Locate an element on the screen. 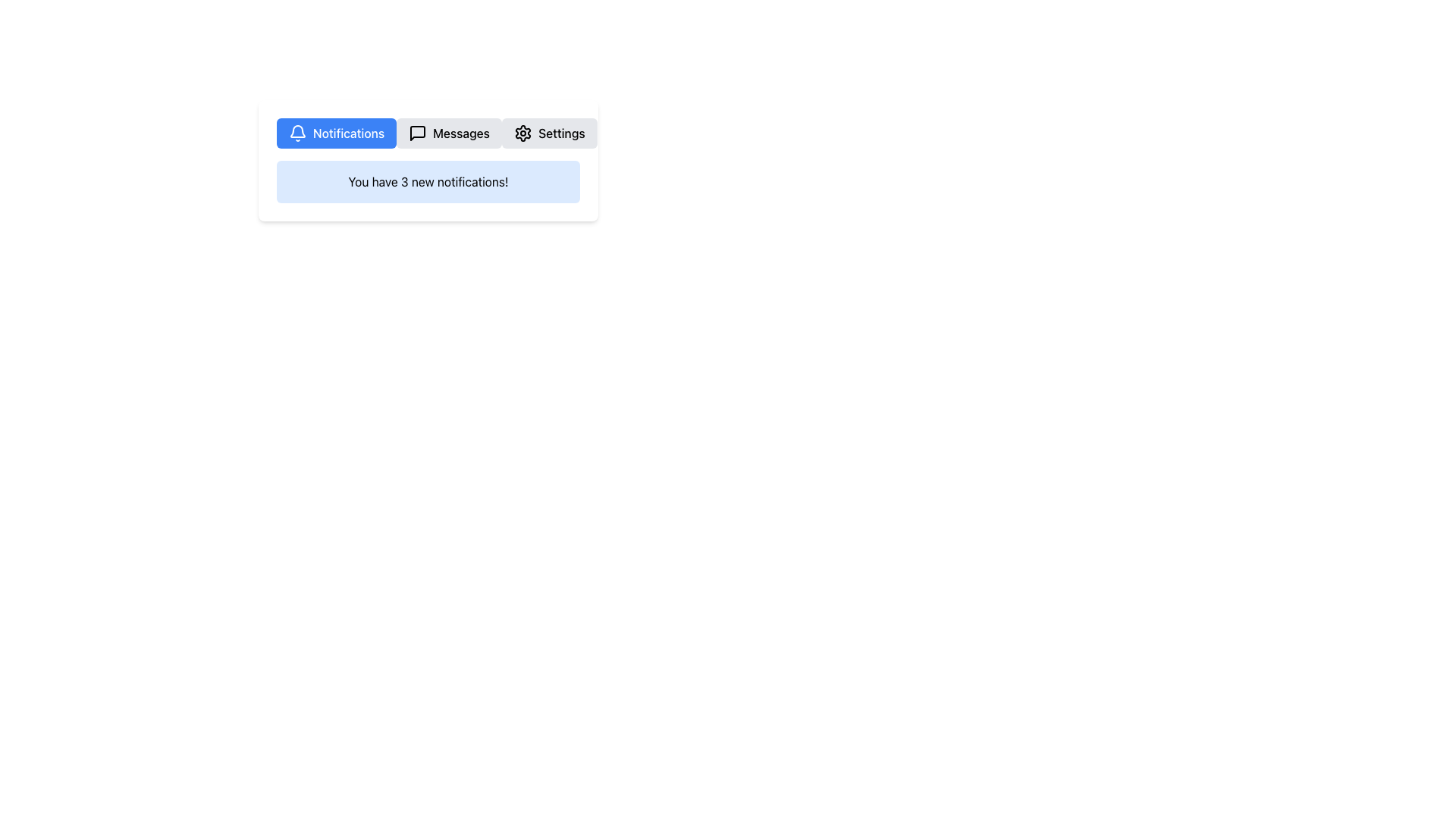 This screenshot has width=1456, height=819. the informational notification box with a light blue background that contains the text 'You have 3 new notifications!' is located at coordinates (428, 180).